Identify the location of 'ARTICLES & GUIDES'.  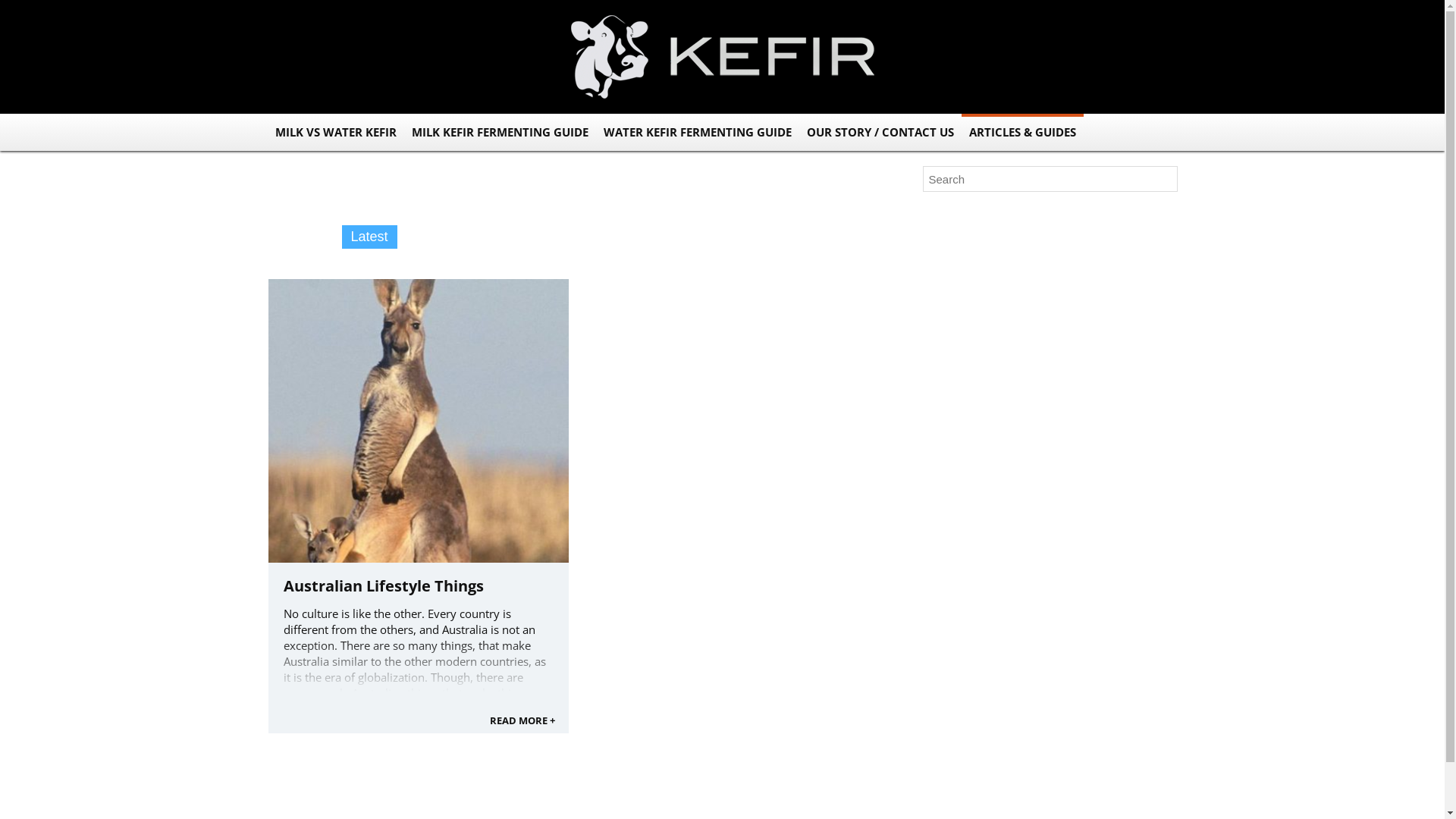
(1022, 131).